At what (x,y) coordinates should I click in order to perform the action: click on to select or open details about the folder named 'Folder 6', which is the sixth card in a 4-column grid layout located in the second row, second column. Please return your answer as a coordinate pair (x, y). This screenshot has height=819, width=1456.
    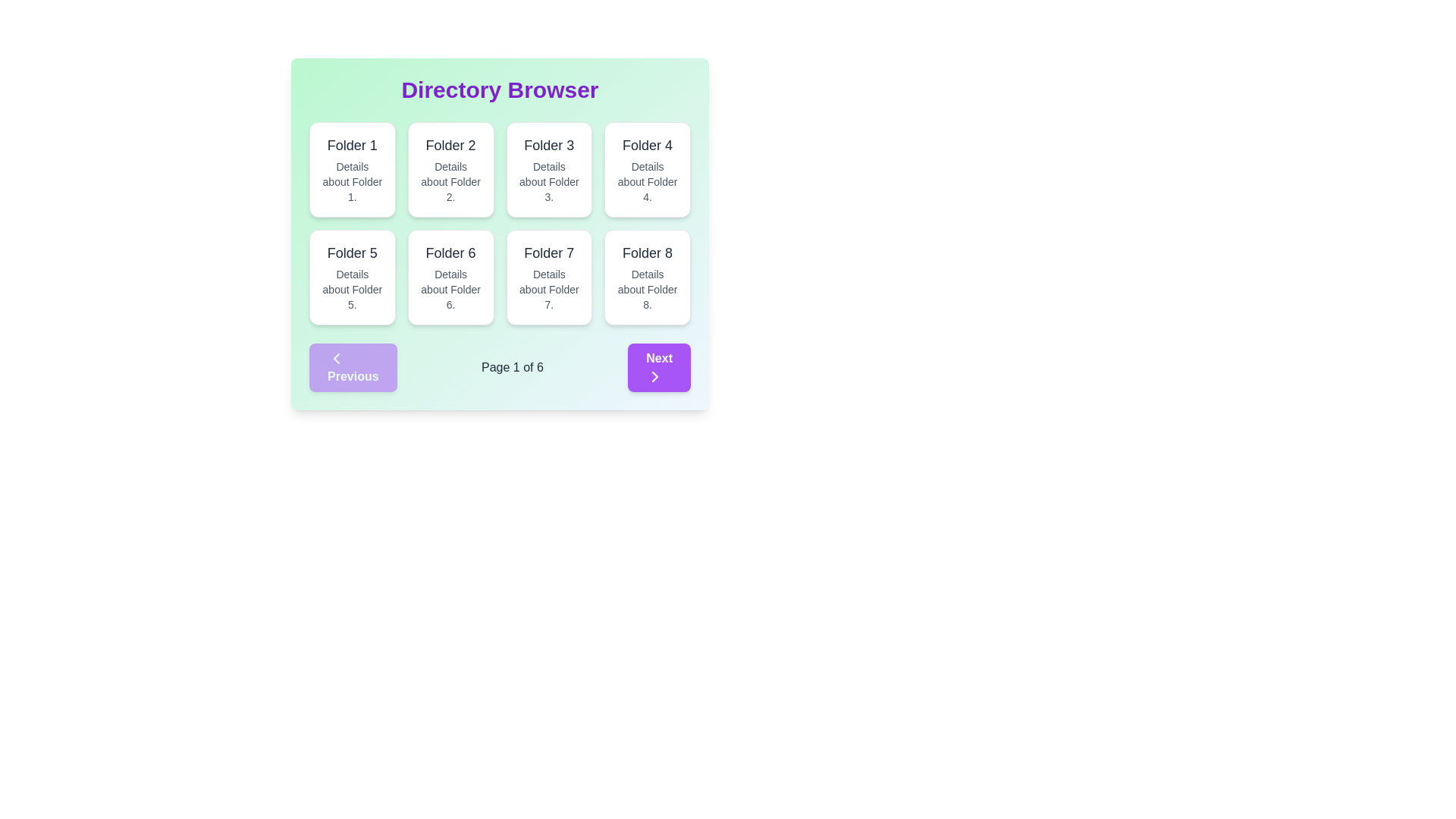
    Looking at the image, I should click on (450, 278).